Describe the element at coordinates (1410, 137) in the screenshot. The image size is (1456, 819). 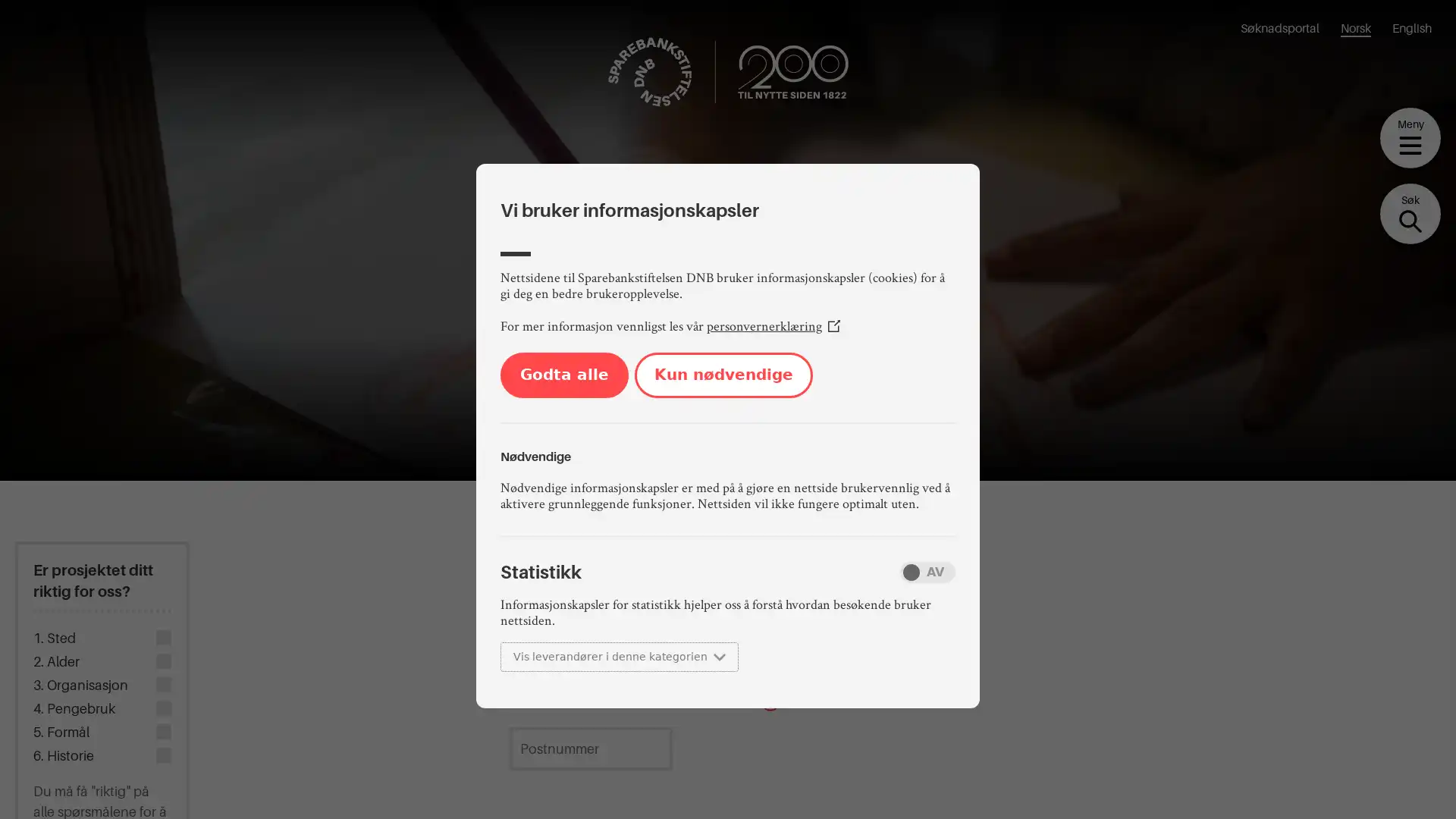
I see `Meny Meny` at that location.